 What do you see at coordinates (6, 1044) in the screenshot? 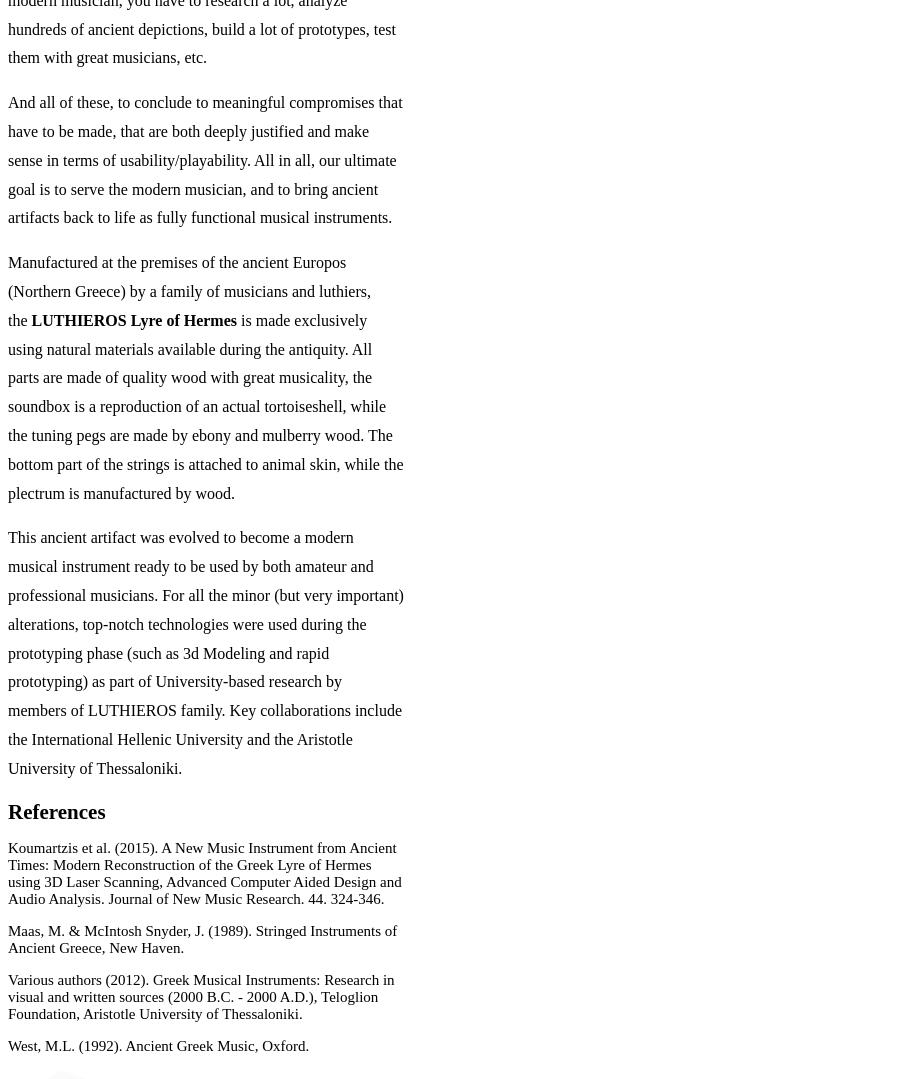
I see `'West, M.L. (1992). Ancient Greek Music, Oxford.'` at bounding box center [6, 1044].